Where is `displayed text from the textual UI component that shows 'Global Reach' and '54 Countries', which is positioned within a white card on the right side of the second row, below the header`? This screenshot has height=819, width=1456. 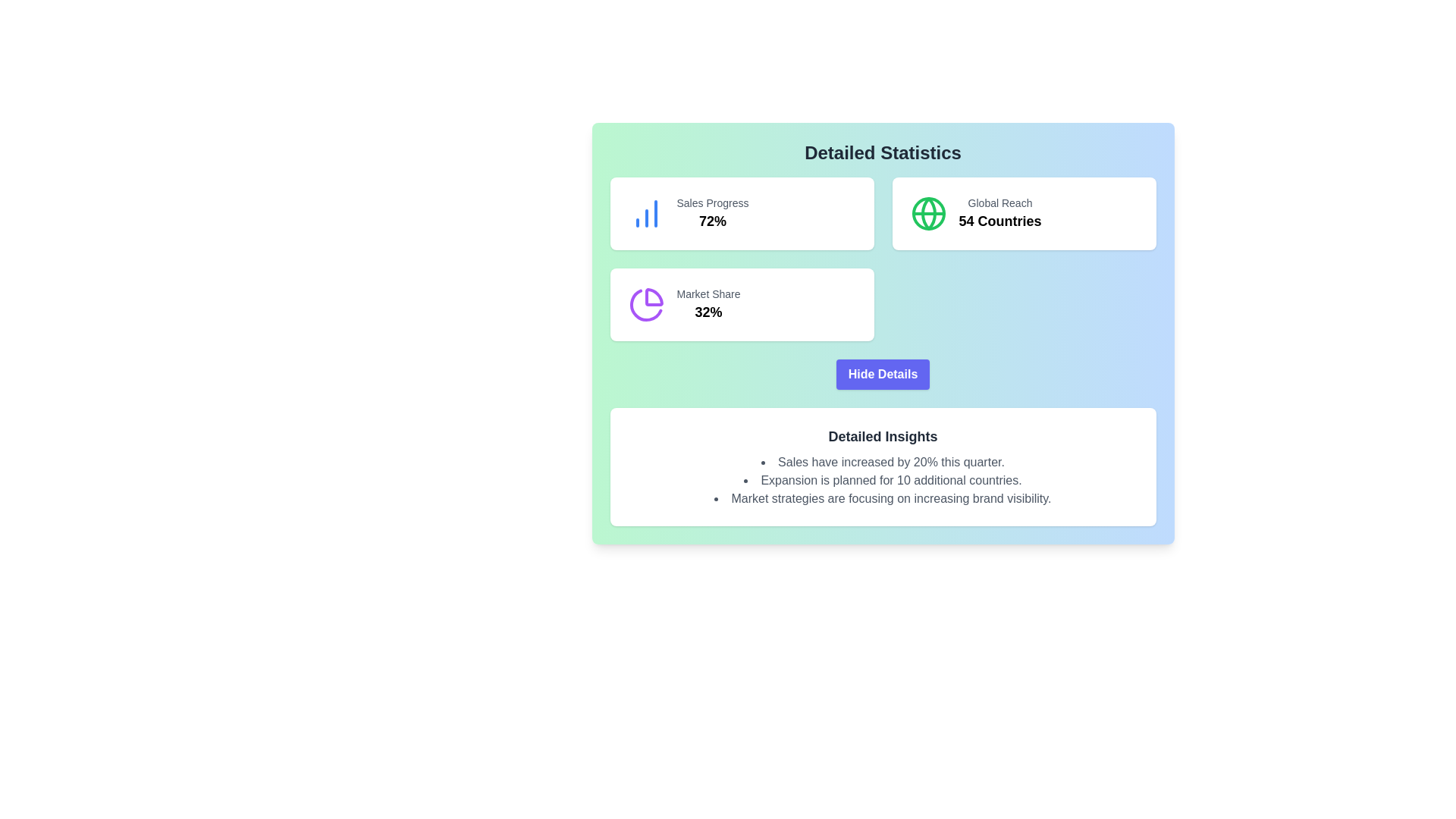 displayed text from the textual UI component that shows 'Global Reach' and '54 Countries', which is positioned within a white card on the right side of the second row, below the header is located at coordinates (1000, 213).